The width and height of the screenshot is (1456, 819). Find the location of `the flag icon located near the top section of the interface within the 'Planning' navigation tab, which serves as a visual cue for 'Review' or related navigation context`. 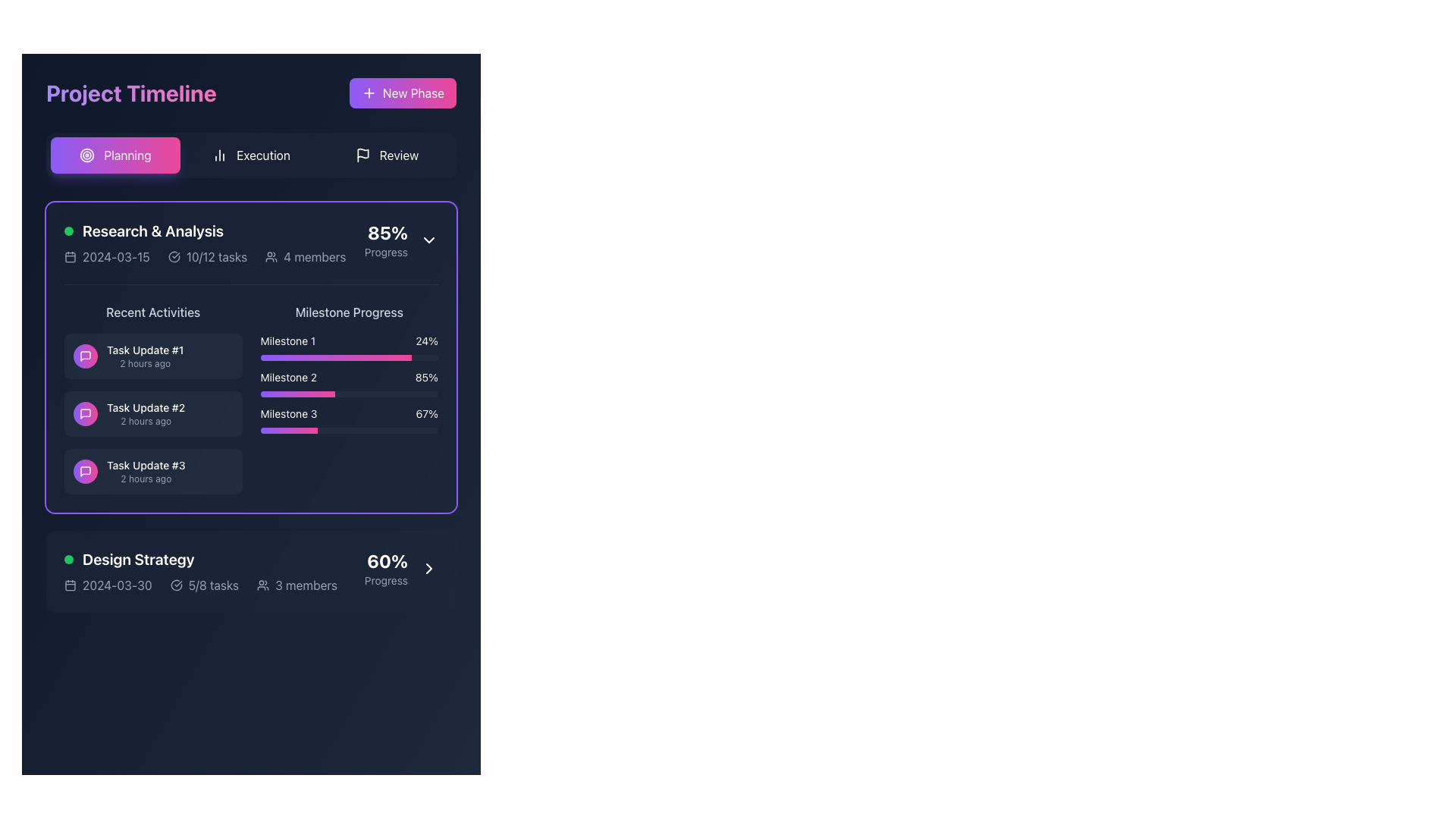

the flag icon located near the top section of the interface within the 'Planning' navigation tab, which serves as a visual cue for 'Review' or related navigation context is located at coordinates (362, 153).